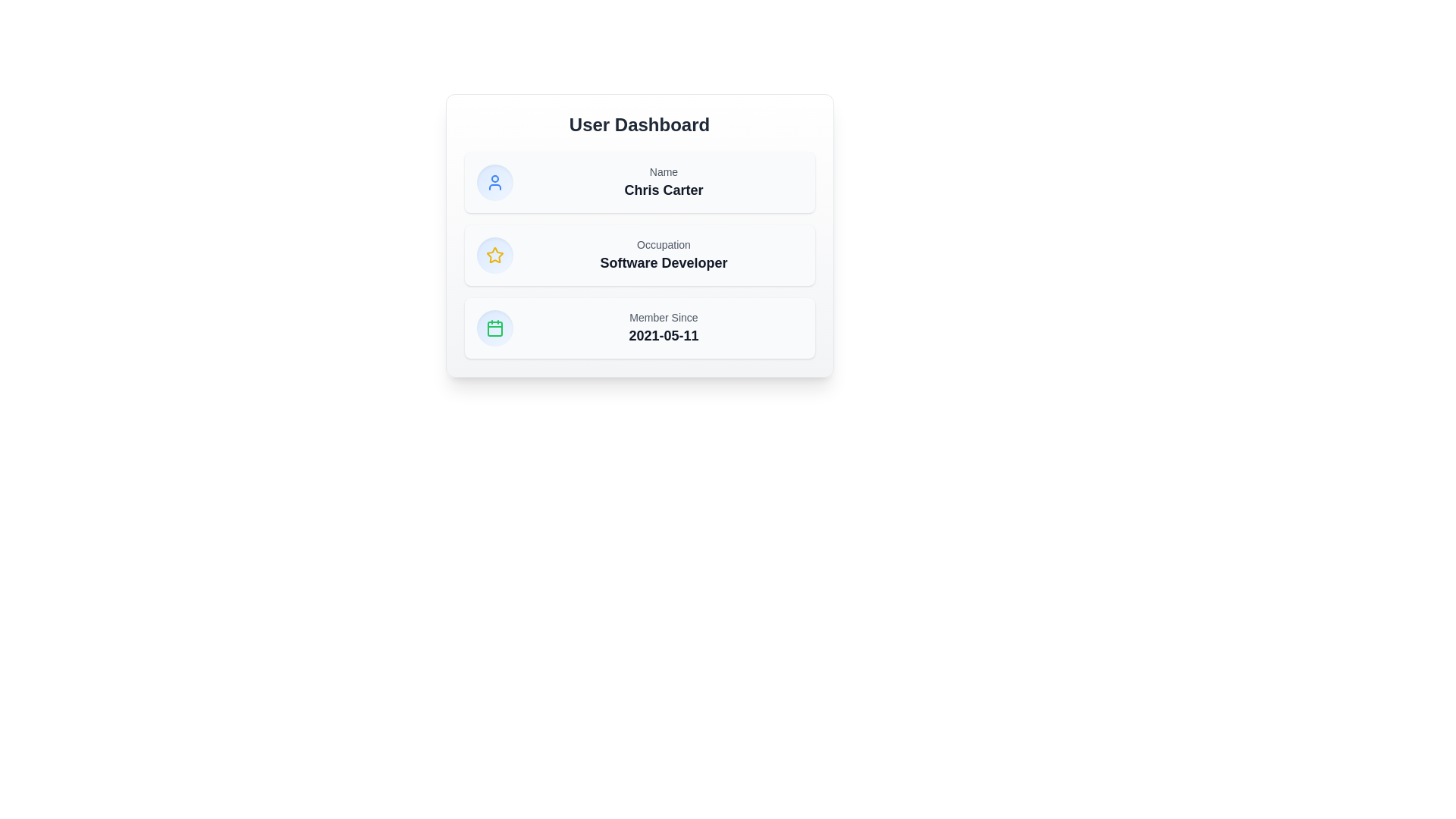 The image size is (1456, 819). What do you see at coordinates (639, 254) in the screenshot?
I see `the Informational text block that displays the individual's occupation, located in the User Dashboard panel as the second card in the vertical list` at bounding box center [639, 254].